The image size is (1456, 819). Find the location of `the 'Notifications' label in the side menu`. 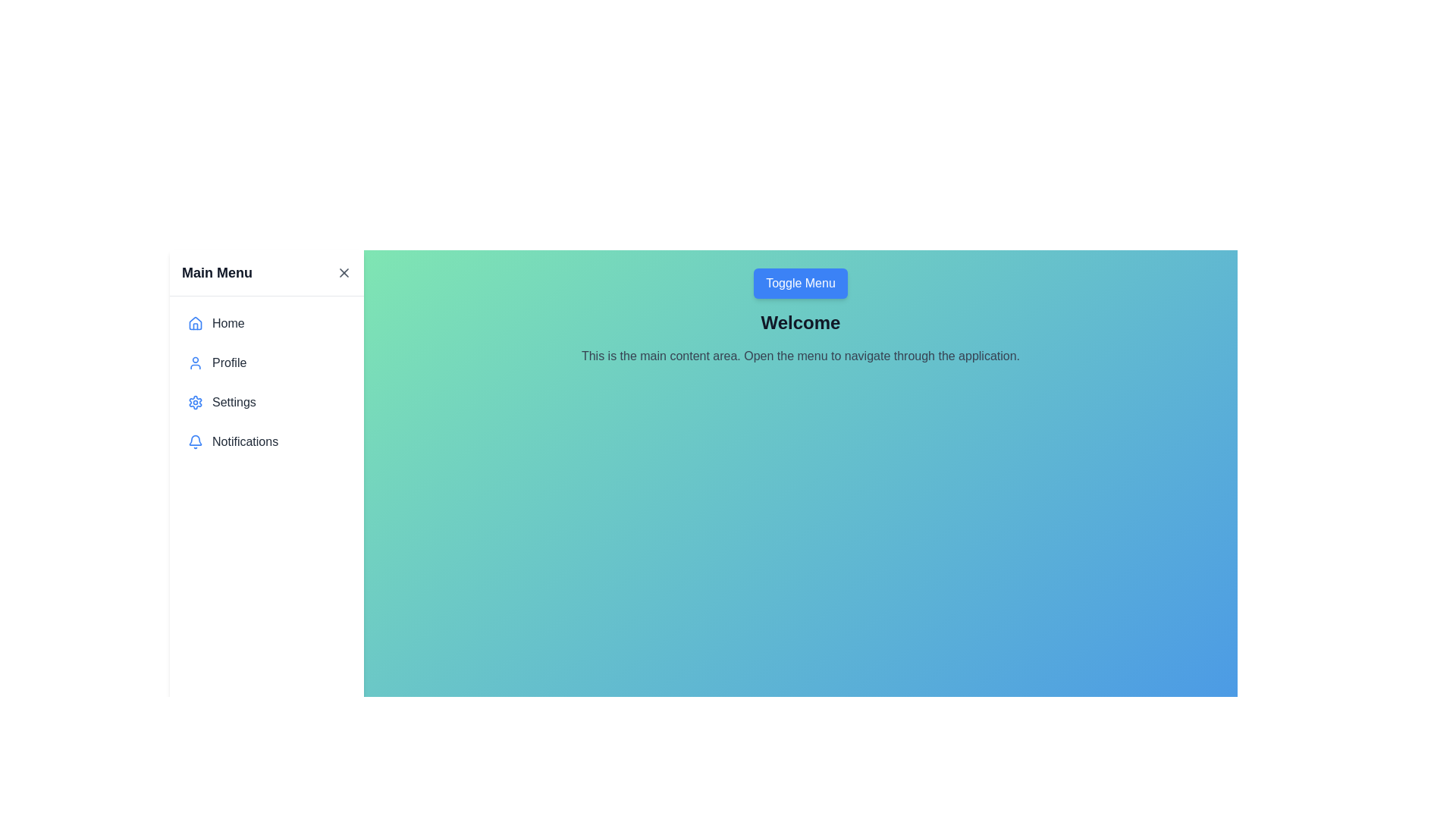

the 'Notifications' label in the side menu is located at coordinates (245, 441).